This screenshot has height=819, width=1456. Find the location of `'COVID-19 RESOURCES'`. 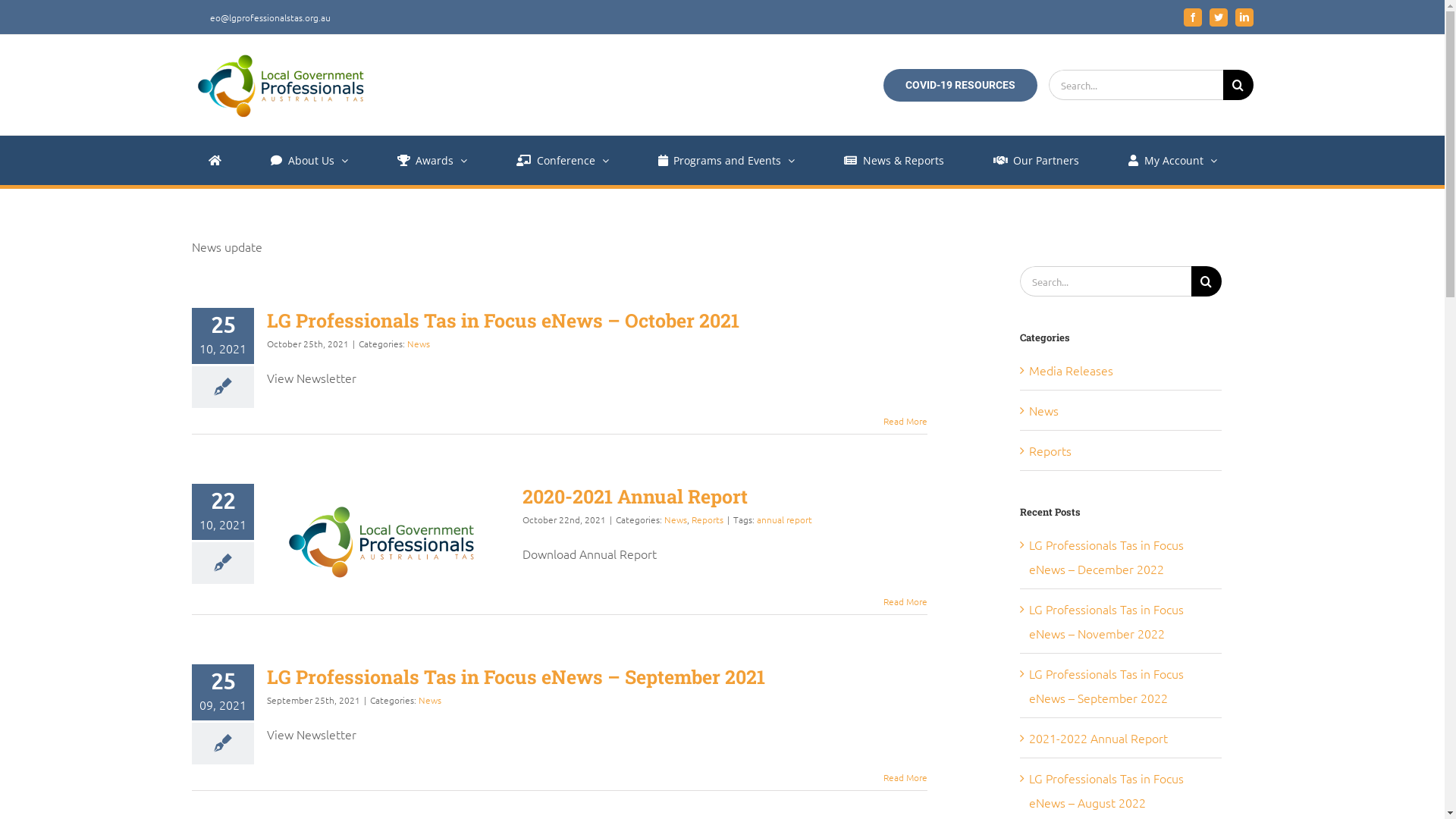

'COVID-19 RESOURCES' is located at coordinates (959, 84).